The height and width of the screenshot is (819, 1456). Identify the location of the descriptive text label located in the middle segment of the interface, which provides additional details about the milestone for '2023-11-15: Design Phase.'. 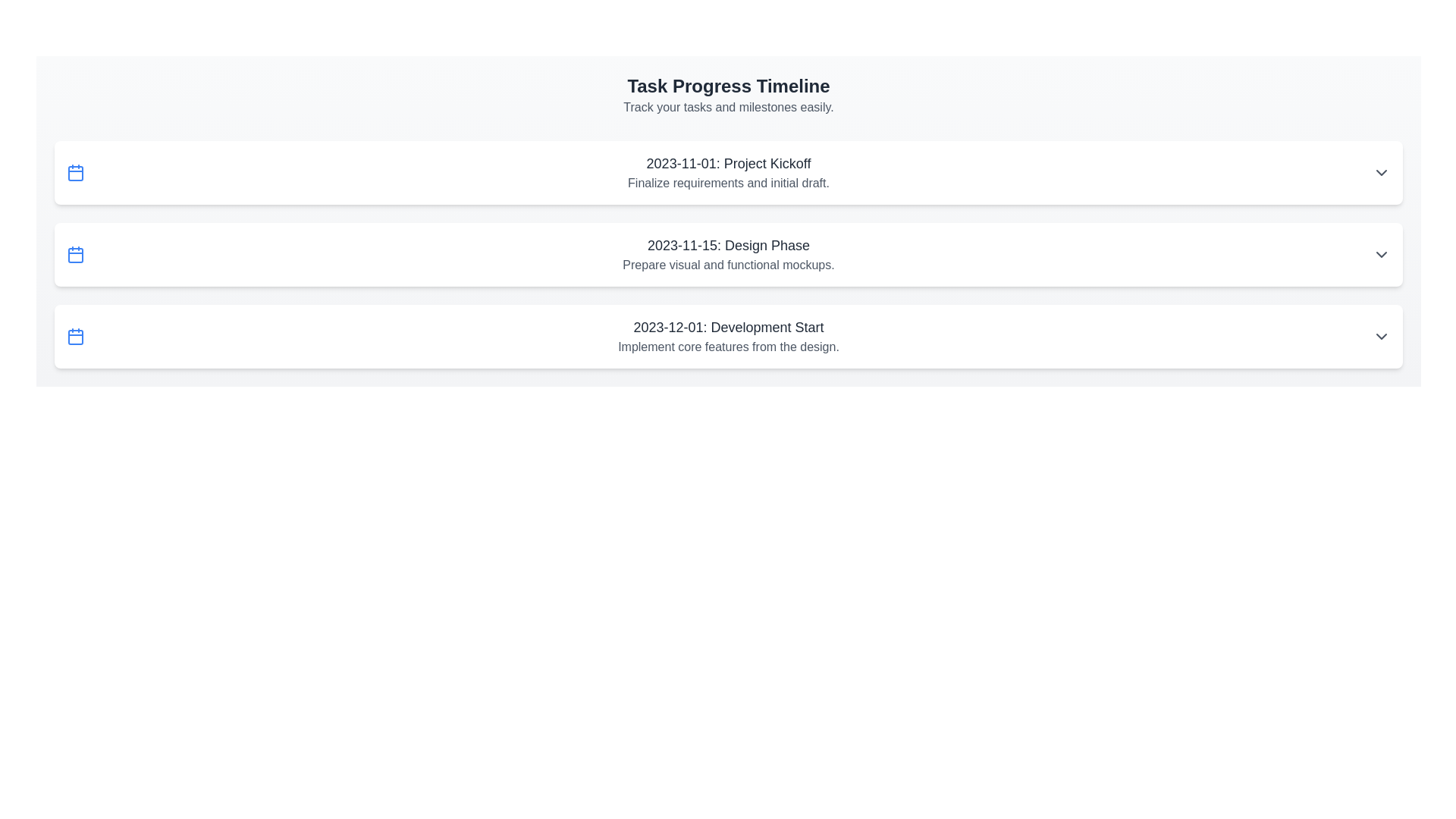
(728, 265).